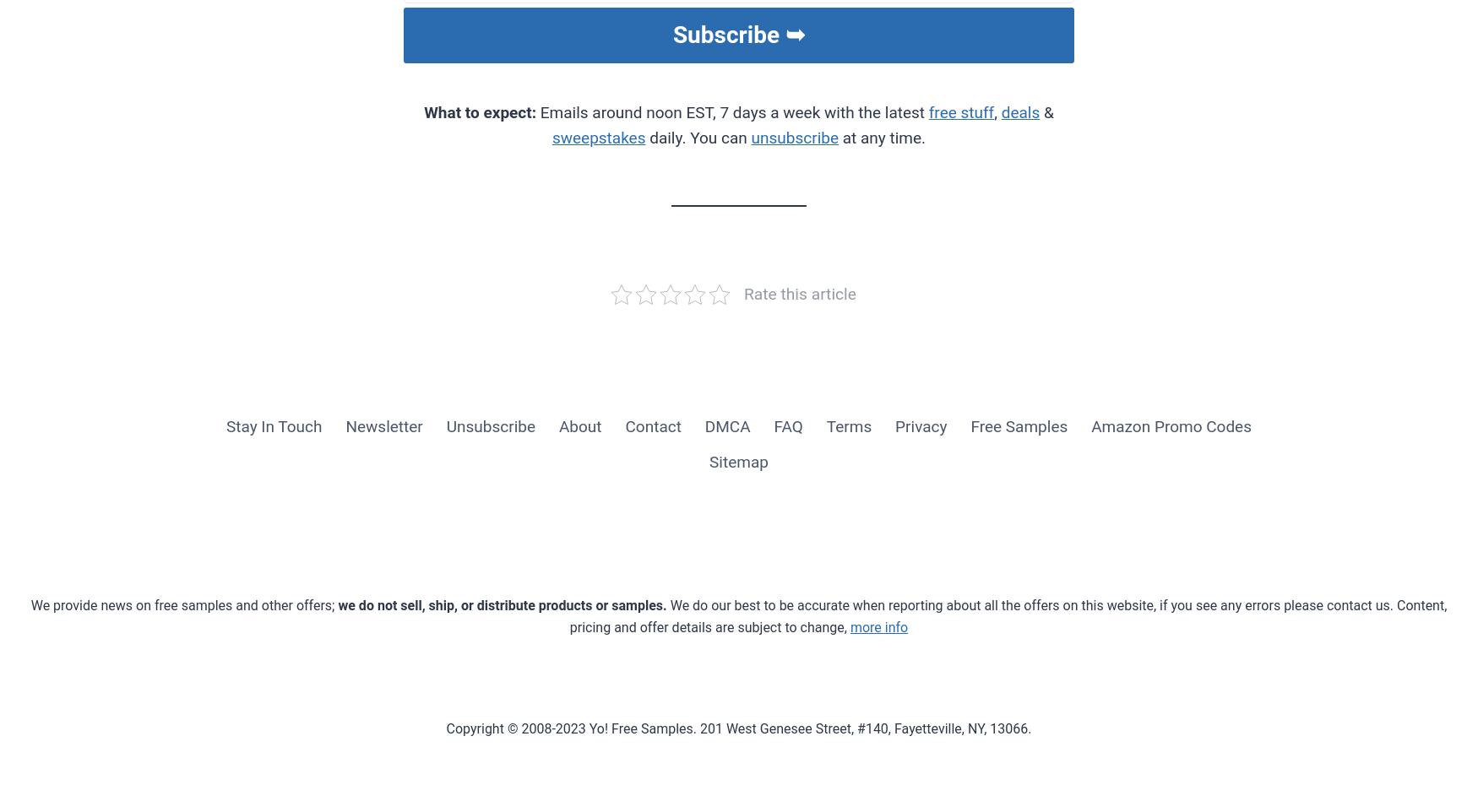  What do you see at coordinates (878, 626) in the screenshot?
I see `'more info'` at bounding box center [878, 626].